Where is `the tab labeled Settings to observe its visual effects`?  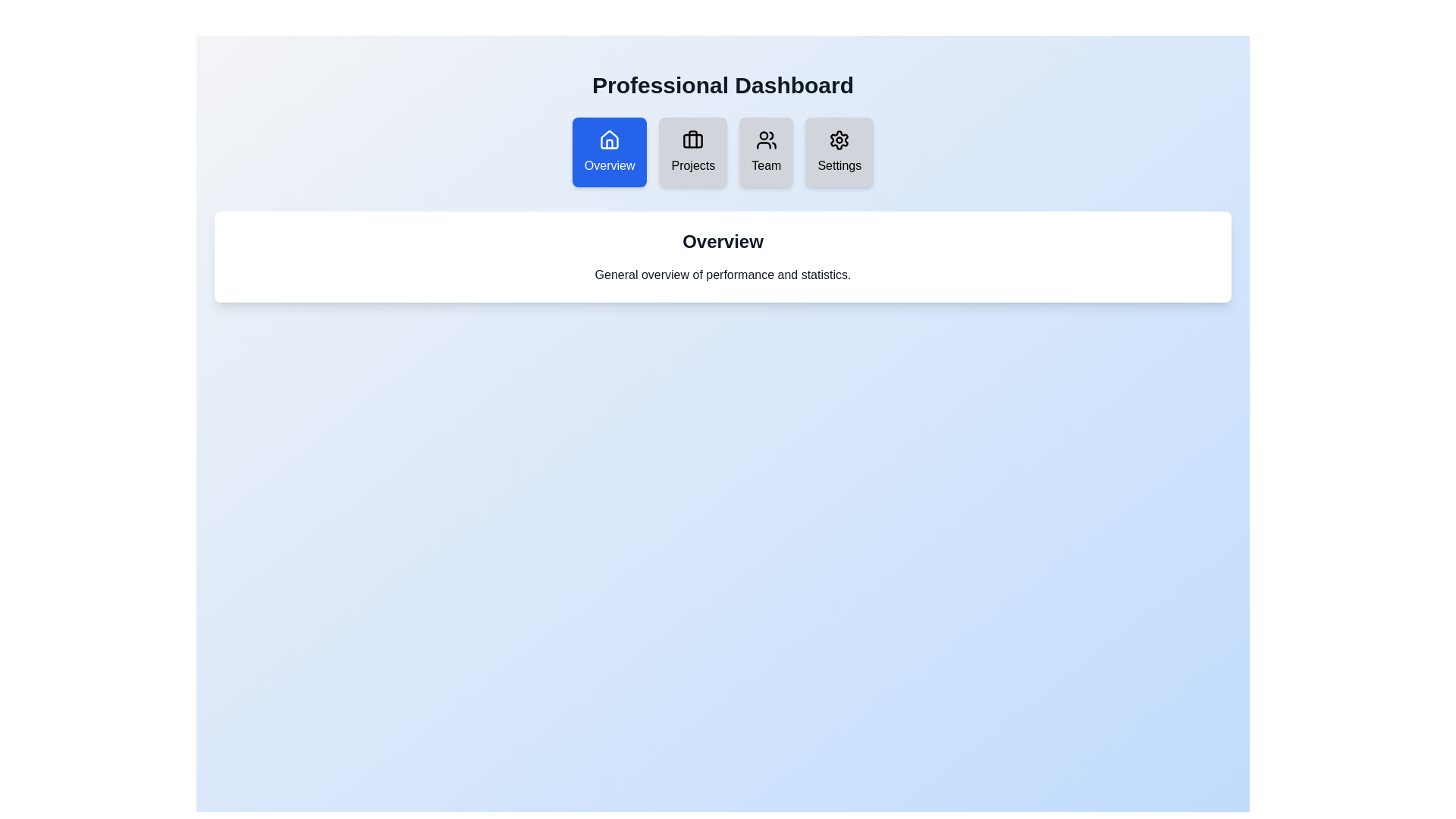
the tab labeled Settings to observe its visual effects is located at coordinates (839, 152).